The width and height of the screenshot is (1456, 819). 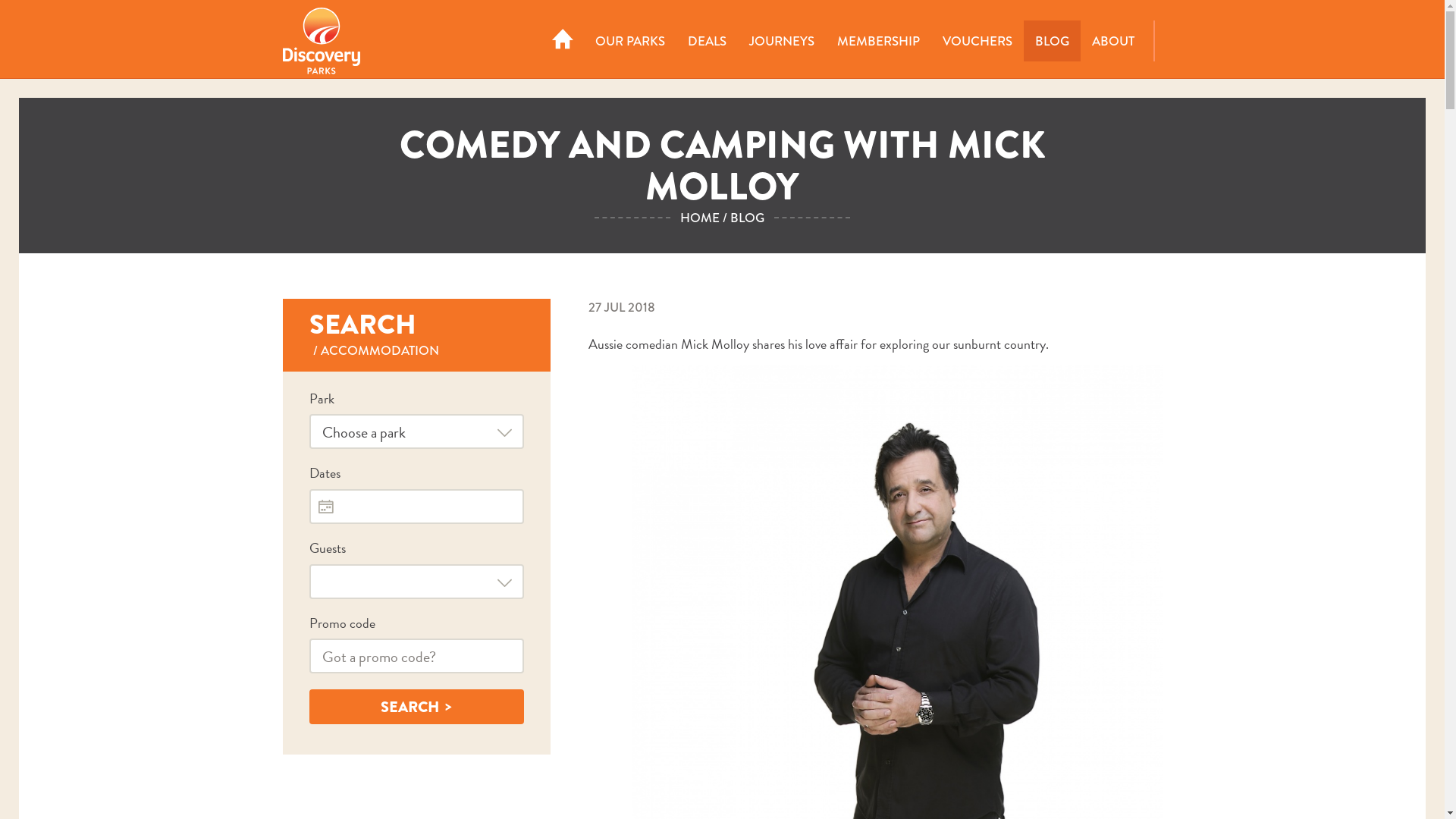 I want to click on 'JOURNEYS', so click(x=736, y=40).